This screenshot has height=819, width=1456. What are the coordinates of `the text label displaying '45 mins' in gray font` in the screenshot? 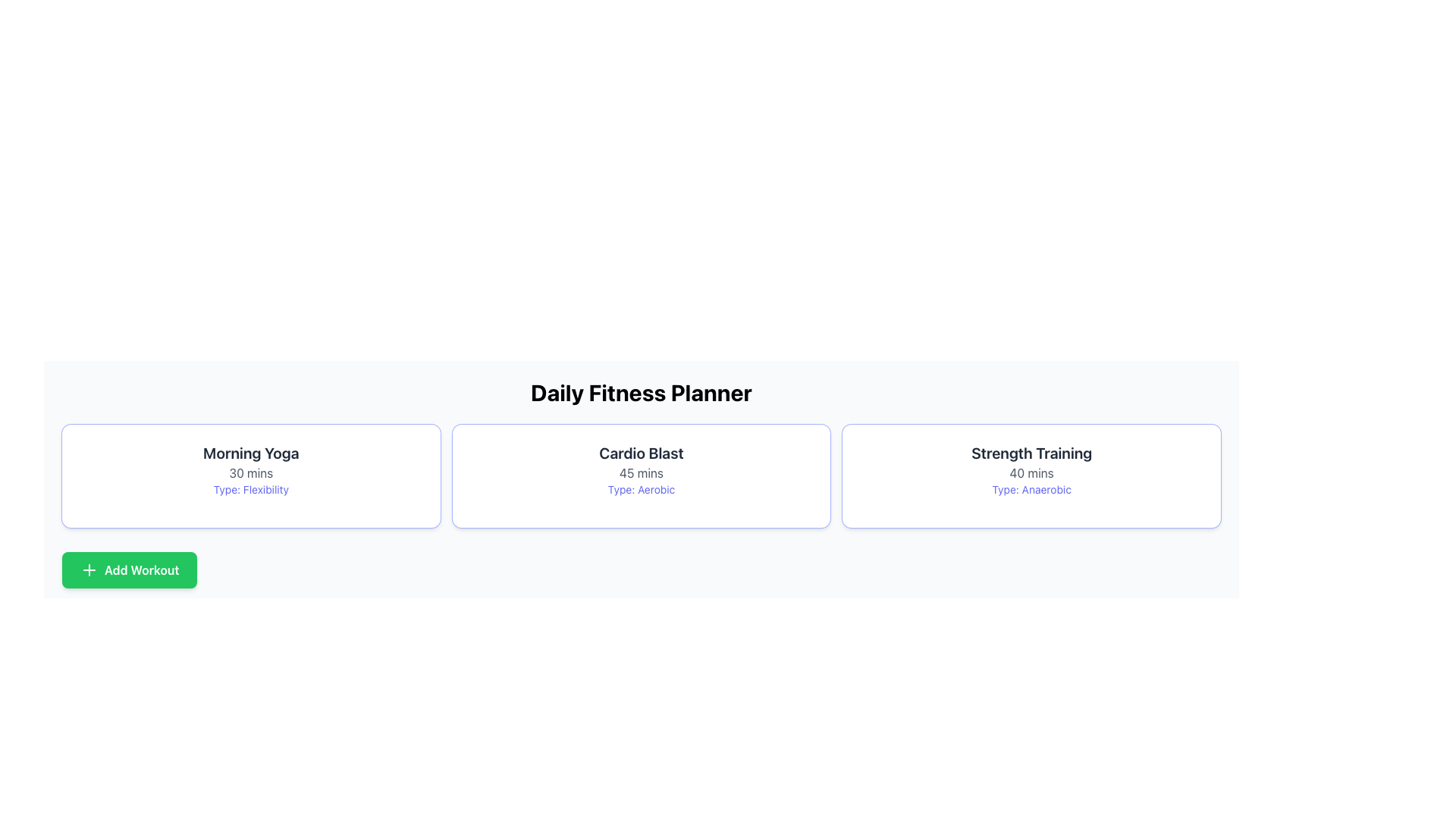 It's located at (641, 472).